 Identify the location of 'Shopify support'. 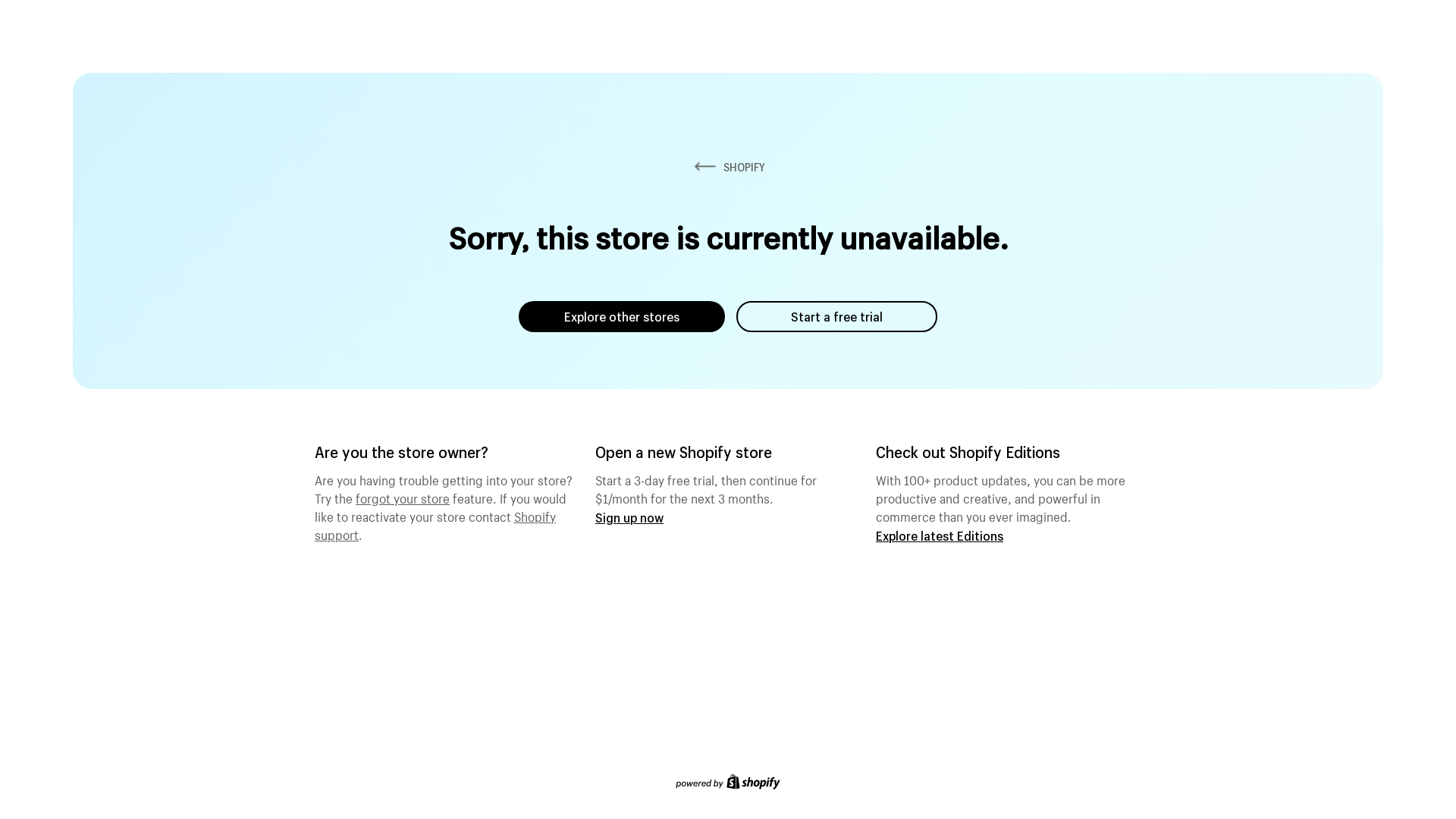
(435, 522).